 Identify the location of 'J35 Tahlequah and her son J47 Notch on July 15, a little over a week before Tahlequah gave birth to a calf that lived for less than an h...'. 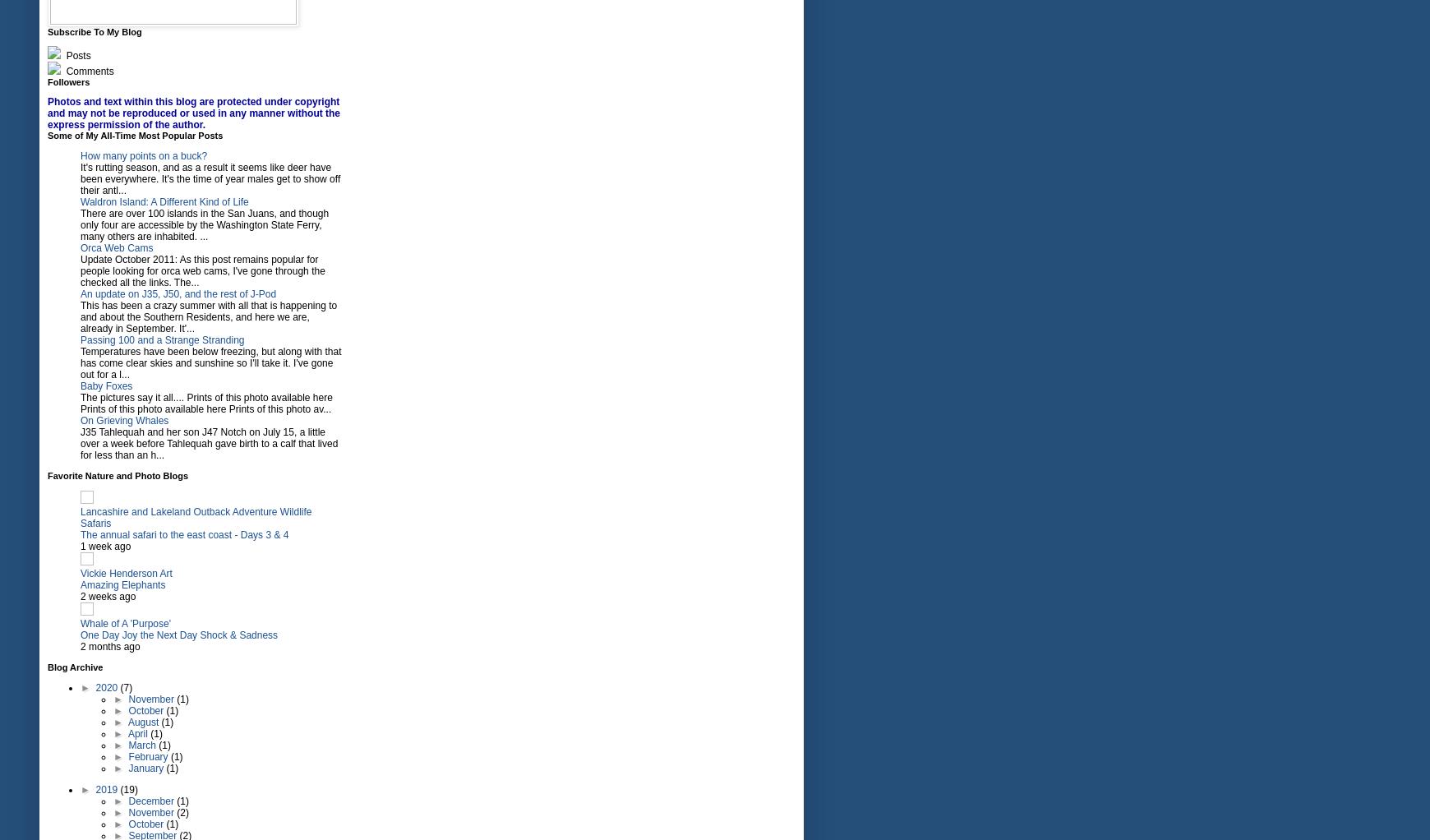
(209, 443).